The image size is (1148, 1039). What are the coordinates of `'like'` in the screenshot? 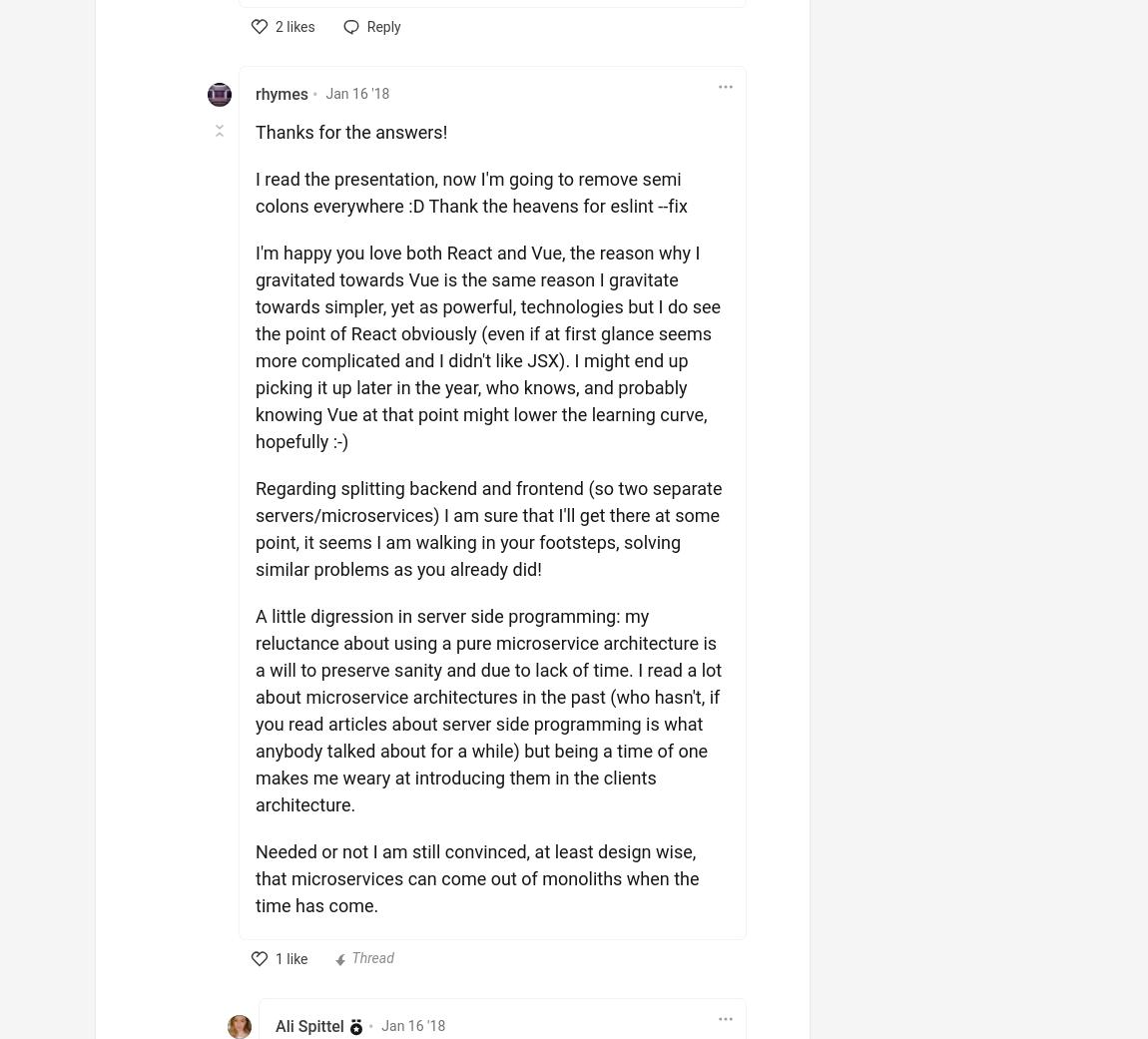 It's located at (294, 958).